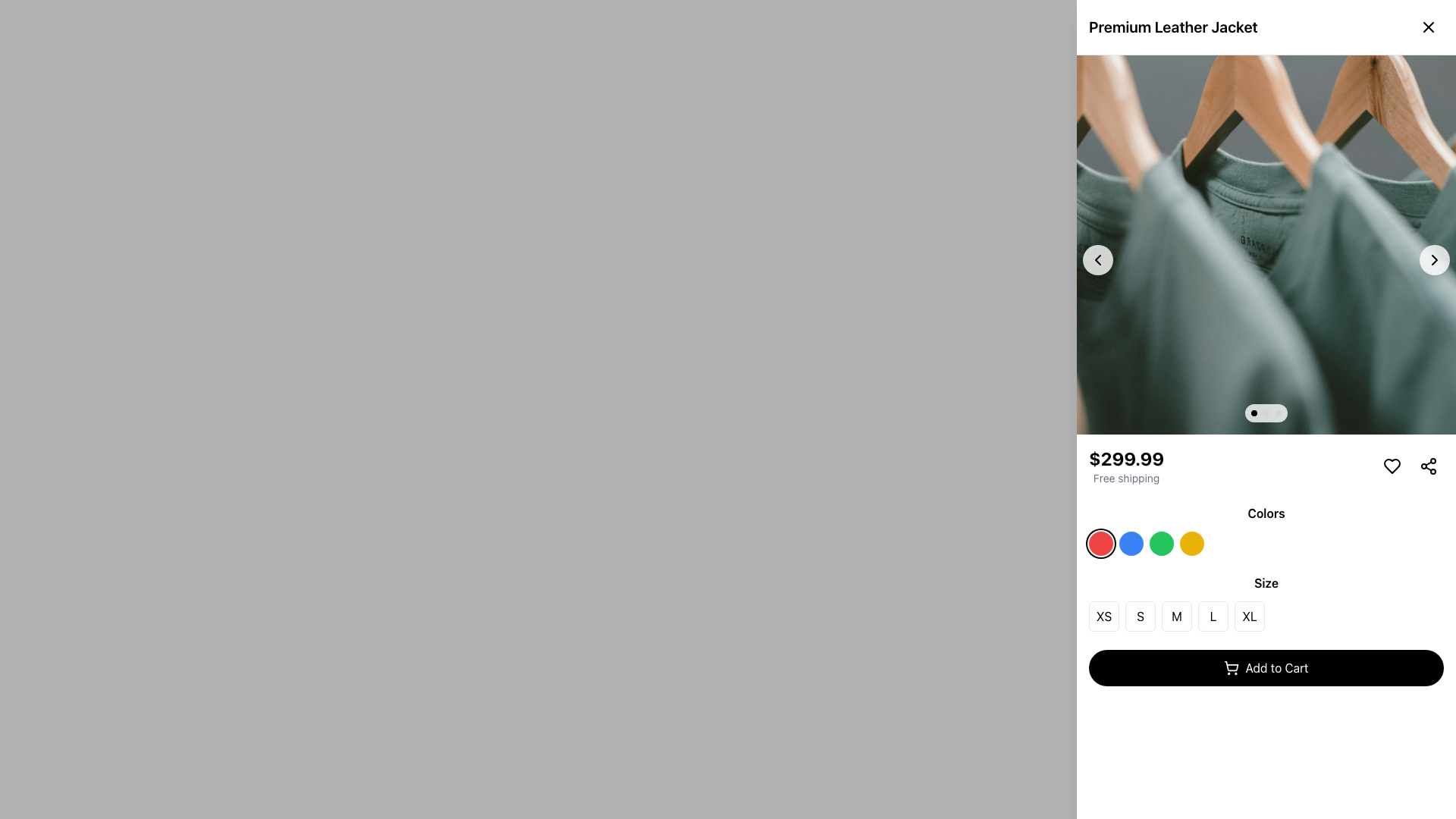 Image resolution: width=1456 pixels, height=819 pixels. What do you see at coordinates (1098, 259) in the screenshot?
I see `the circular previous navigation button located on the left side of the image of hanging jackets` at bounding box center [1098, 259].